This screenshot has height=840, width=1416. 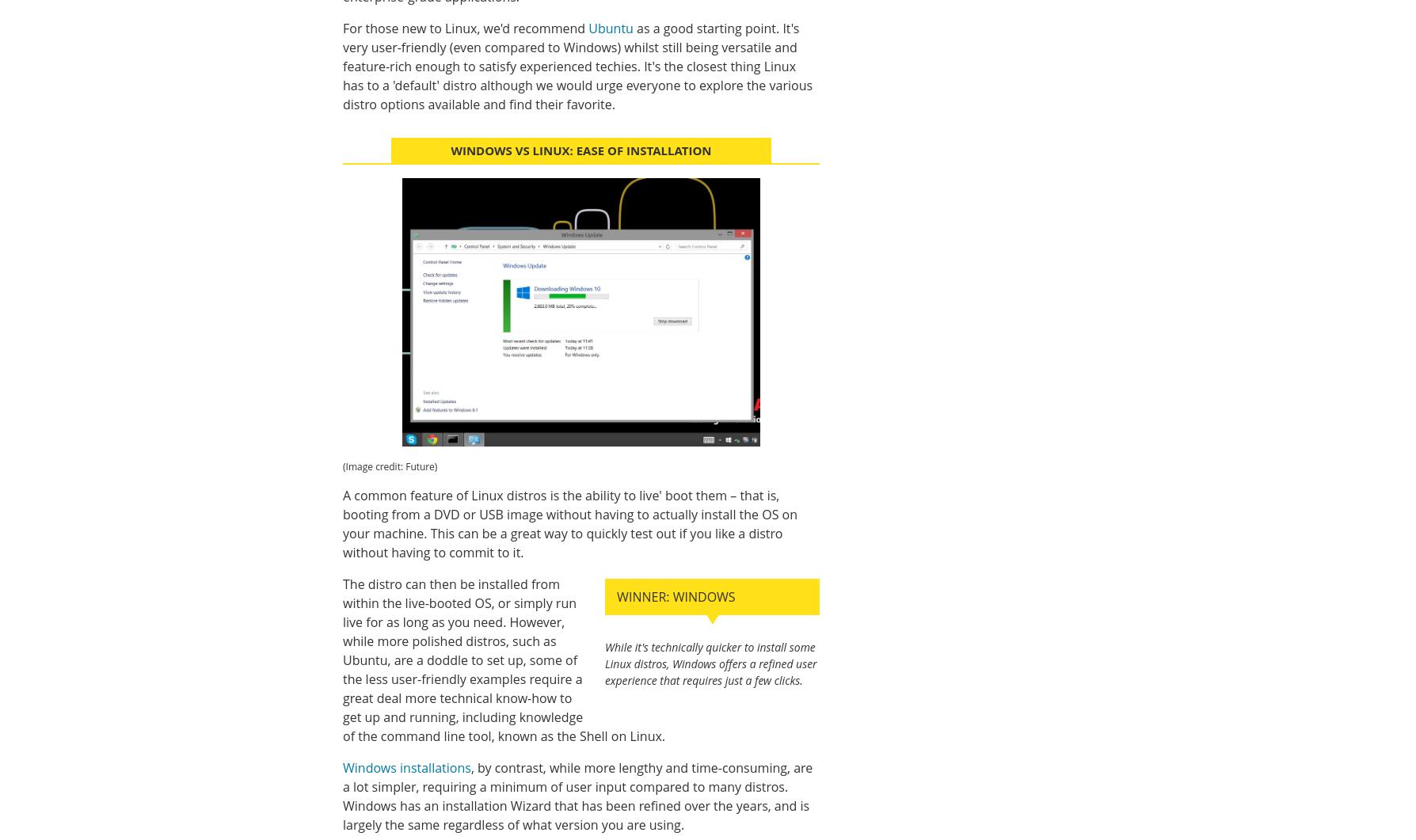 I want to click on 'Winner: Windows', so click(x=616, y=595).